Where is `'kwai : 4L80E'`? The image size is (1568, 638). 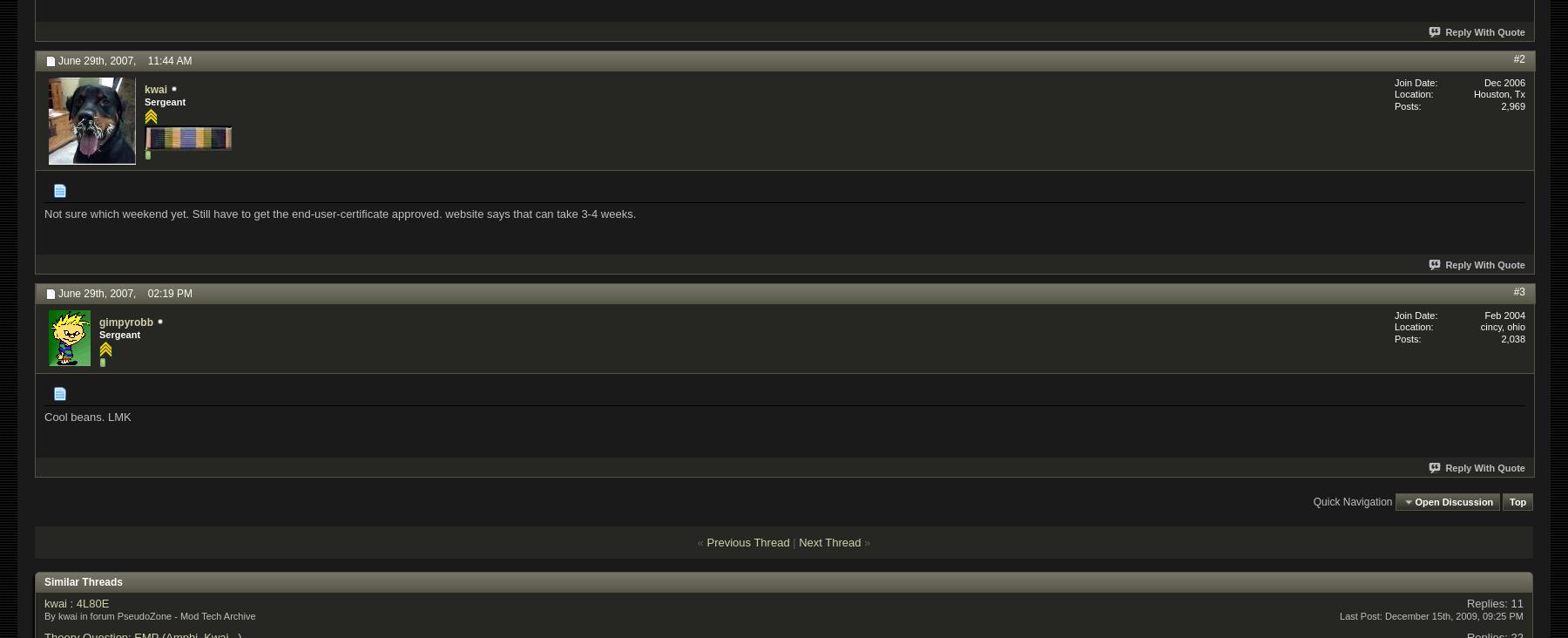 'kwai : 4L80E' is located at coordinates (76, 602).